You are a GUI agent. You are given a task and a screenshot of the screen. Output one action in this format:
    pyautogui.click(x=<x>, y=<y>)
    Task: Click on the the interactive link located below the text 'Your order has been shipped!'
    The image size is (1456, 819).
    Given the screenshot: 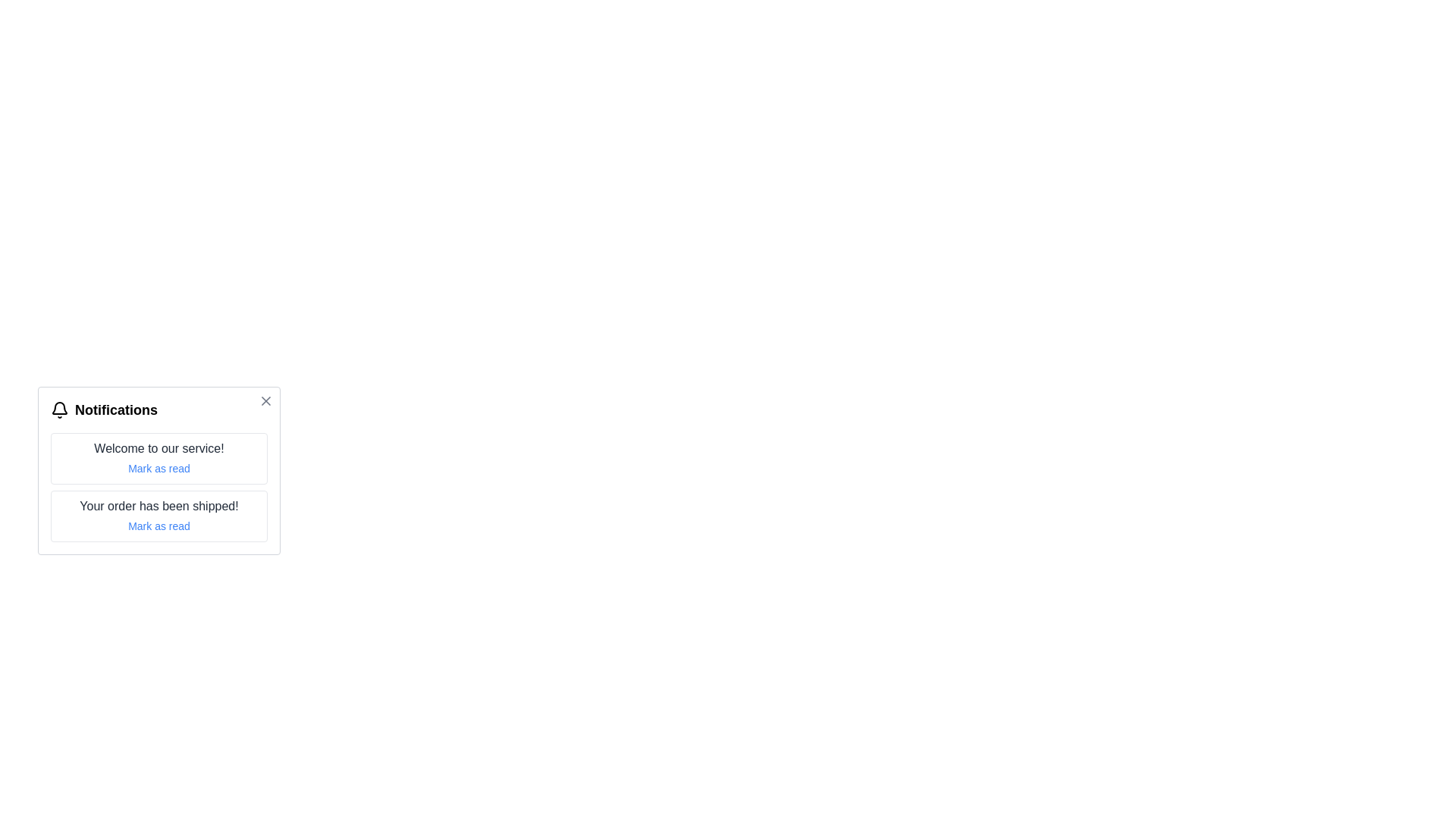 What is the action you would take?
    pyautogui.click(x=159, y=526)
    